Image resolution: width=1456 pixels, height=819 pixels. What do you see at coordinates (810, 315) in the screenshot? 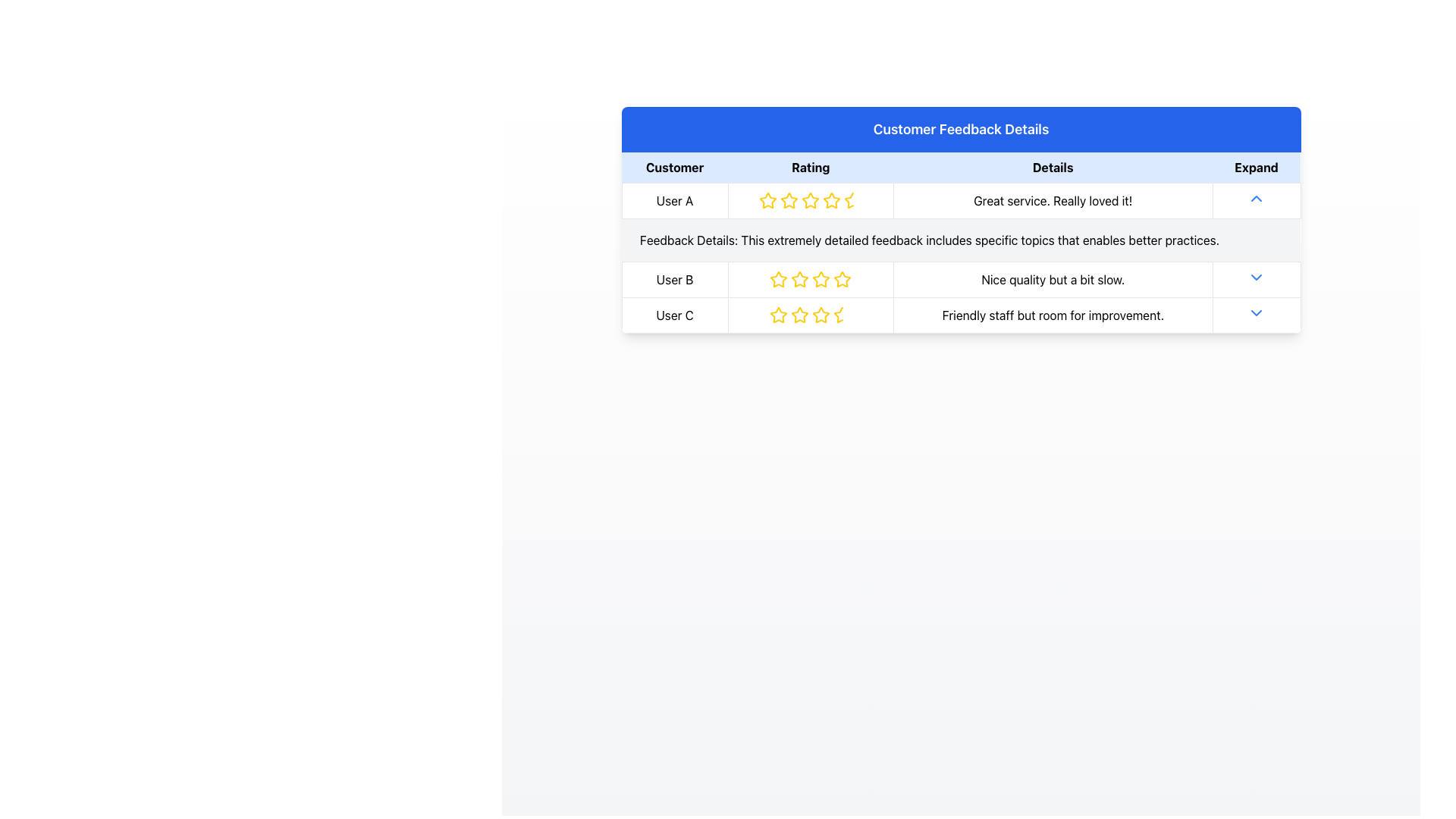
I see `the Rating display element located in the third row of the table, under the 'Rating' column, which is the second column from the left, adjacent to 'Customer' with 'User C' and 'Details' with 'Friendly staff but room for improvement'` at bounding box center [810, 315].